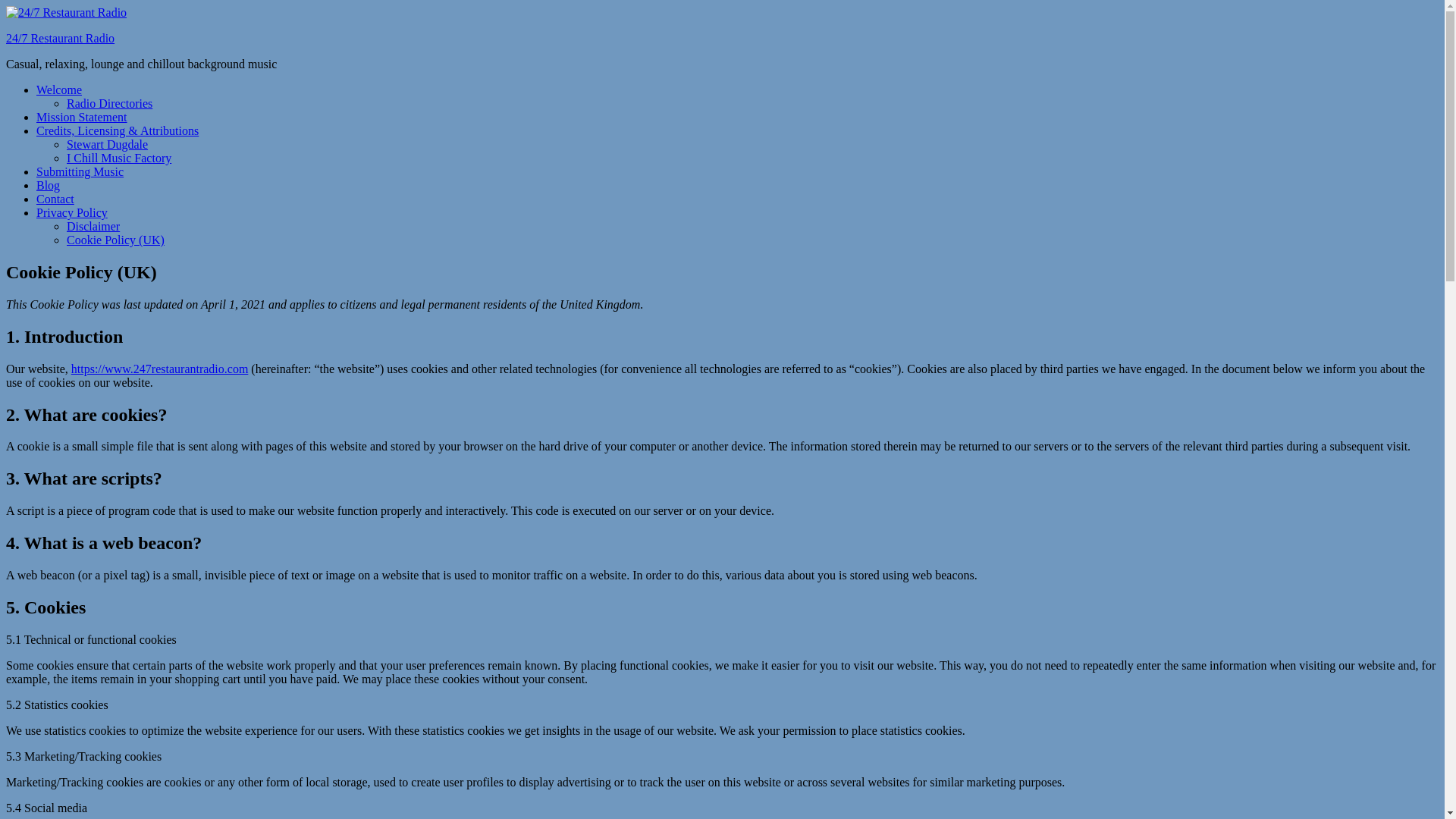 The height and width of the screenshot is (819, 1456). Describe the element at coordinates (115, 239) in the screenshot. I see `'Cookie Policy (UK)'` at that location.